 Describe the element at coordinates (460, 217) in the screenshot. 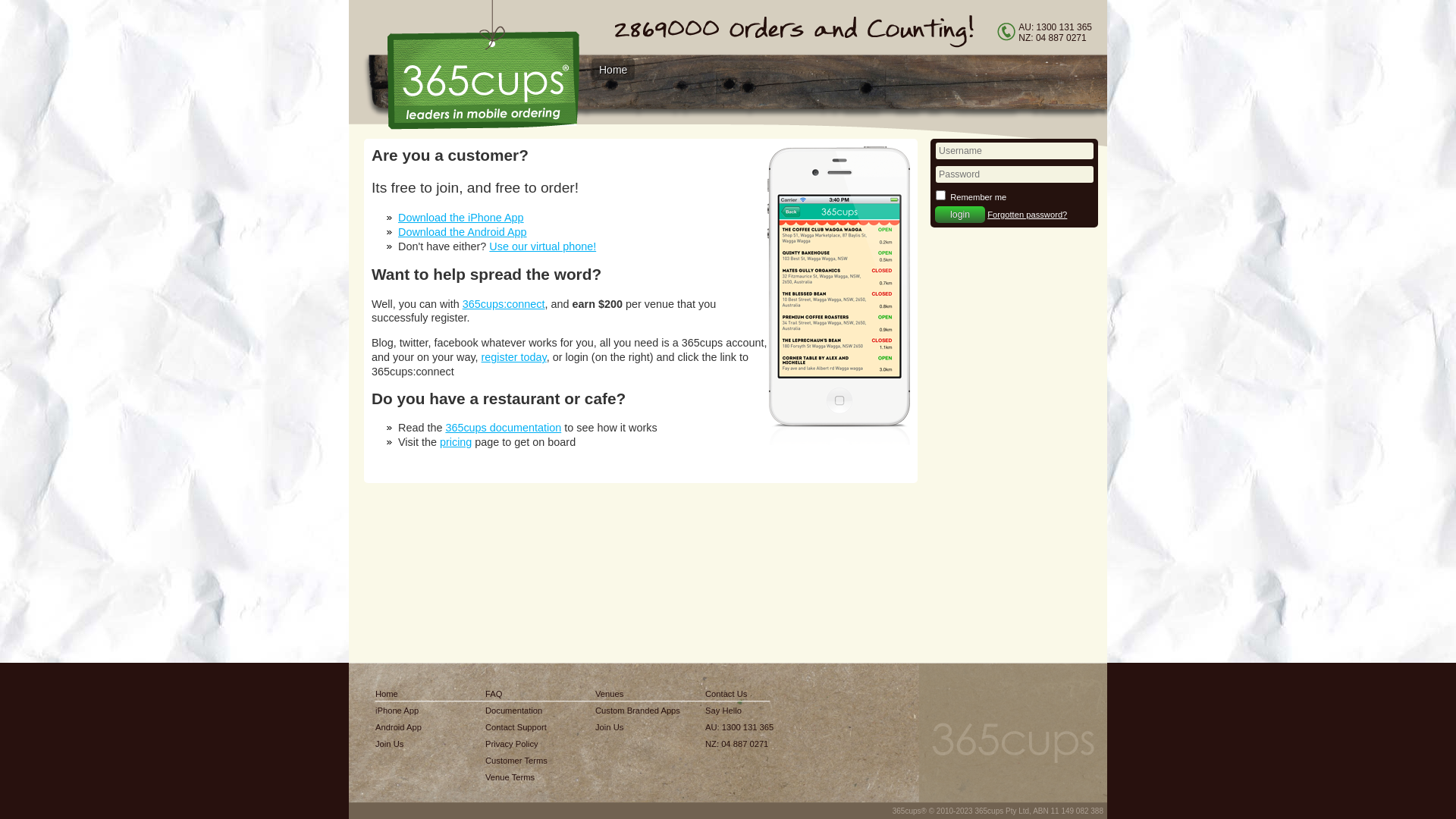

I see `'Download the iPhone App'` at that location.